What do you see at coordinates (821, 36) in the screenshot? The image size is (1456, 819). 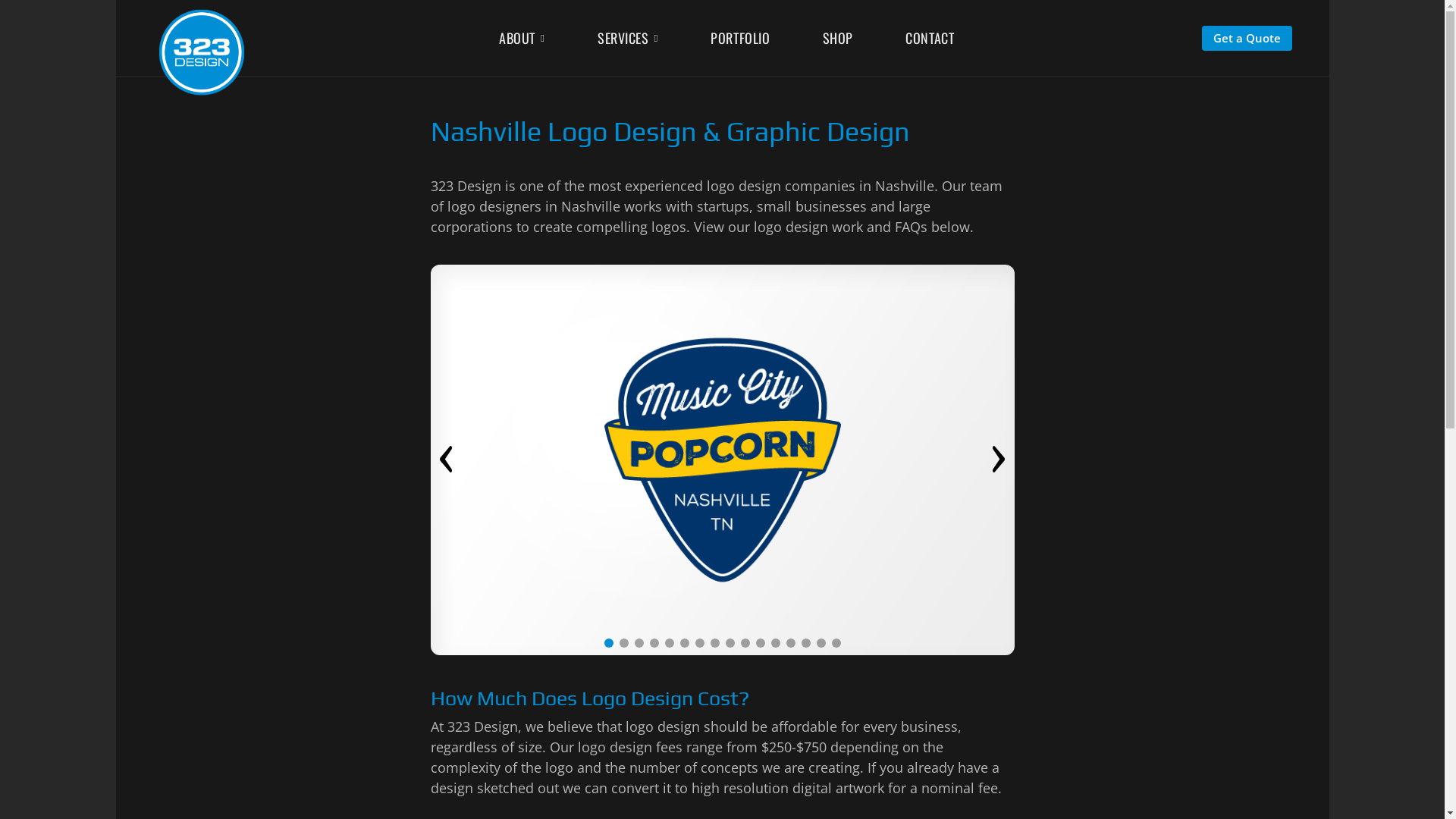 I see `'SHOP'` at bounding box center [821, 36].